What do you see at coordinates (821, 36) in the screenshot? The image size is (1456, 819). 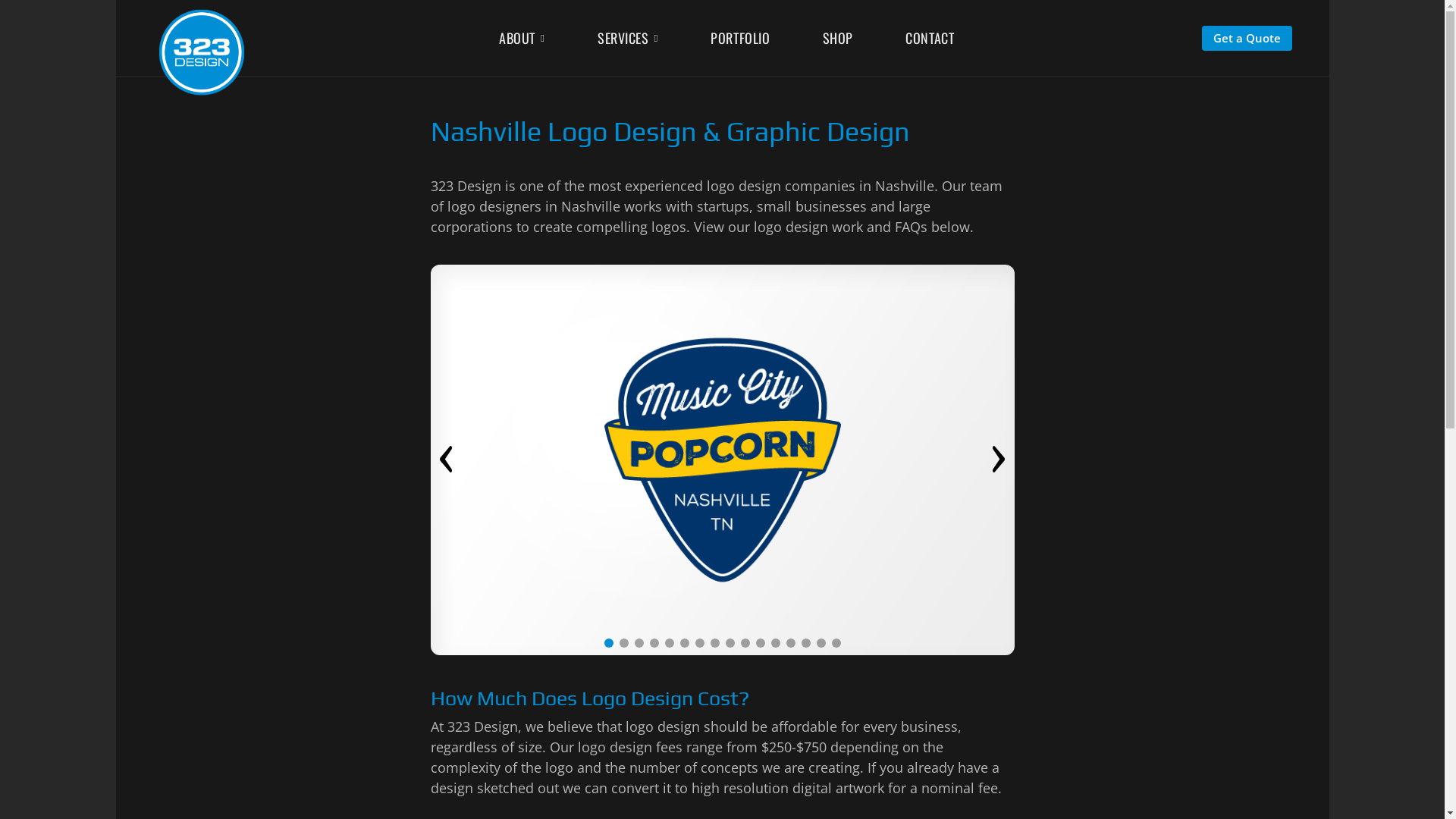 I see `'SHOP'` at bounding box center [821, 36].